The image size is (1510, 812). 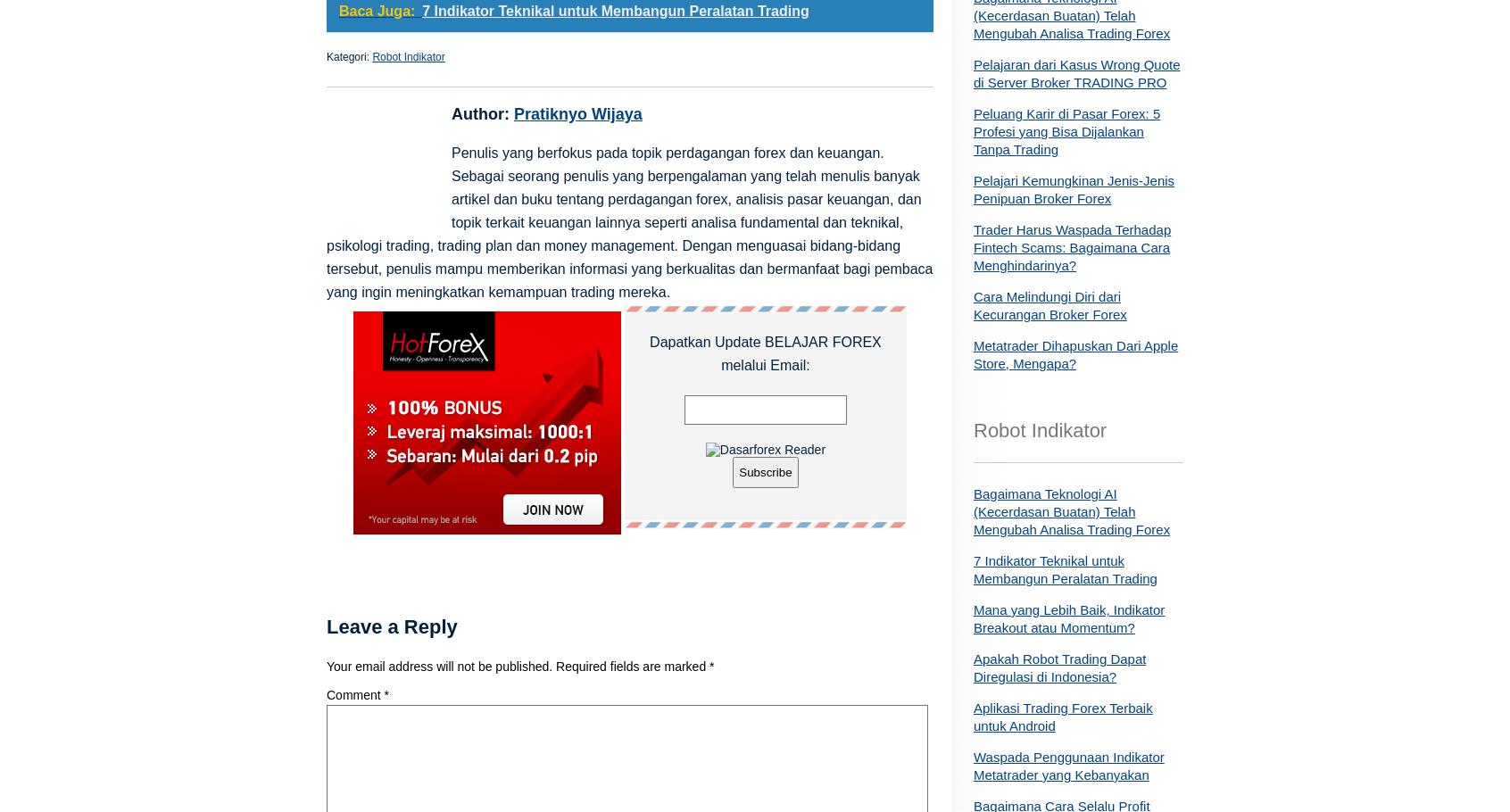 I want to click on 'Aplikasi Trading Forex Terbaik untuk Android', so click(x=974, y=716).